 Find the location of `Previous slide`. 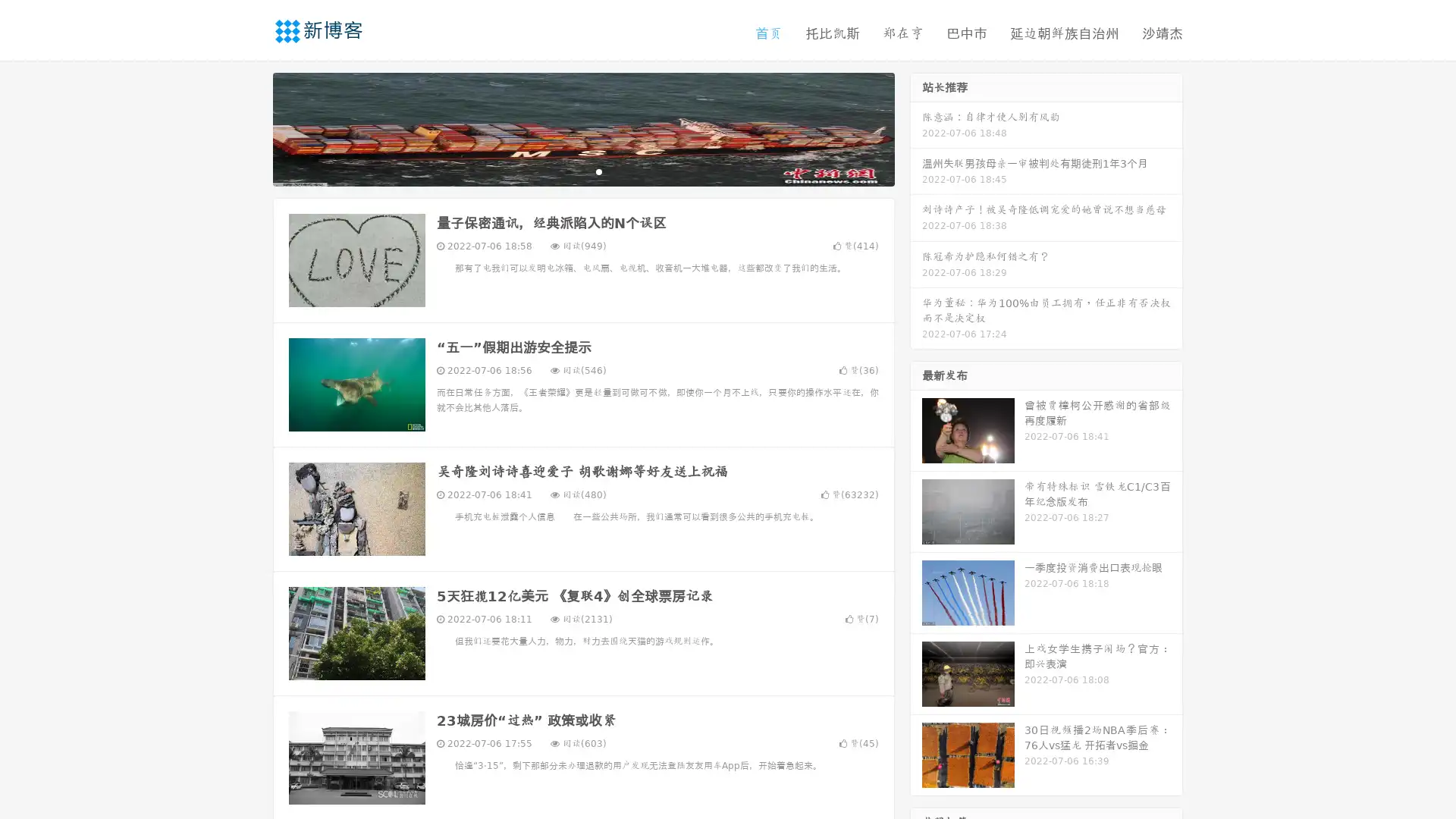

Previous slide is located at coordinates (250, 127).